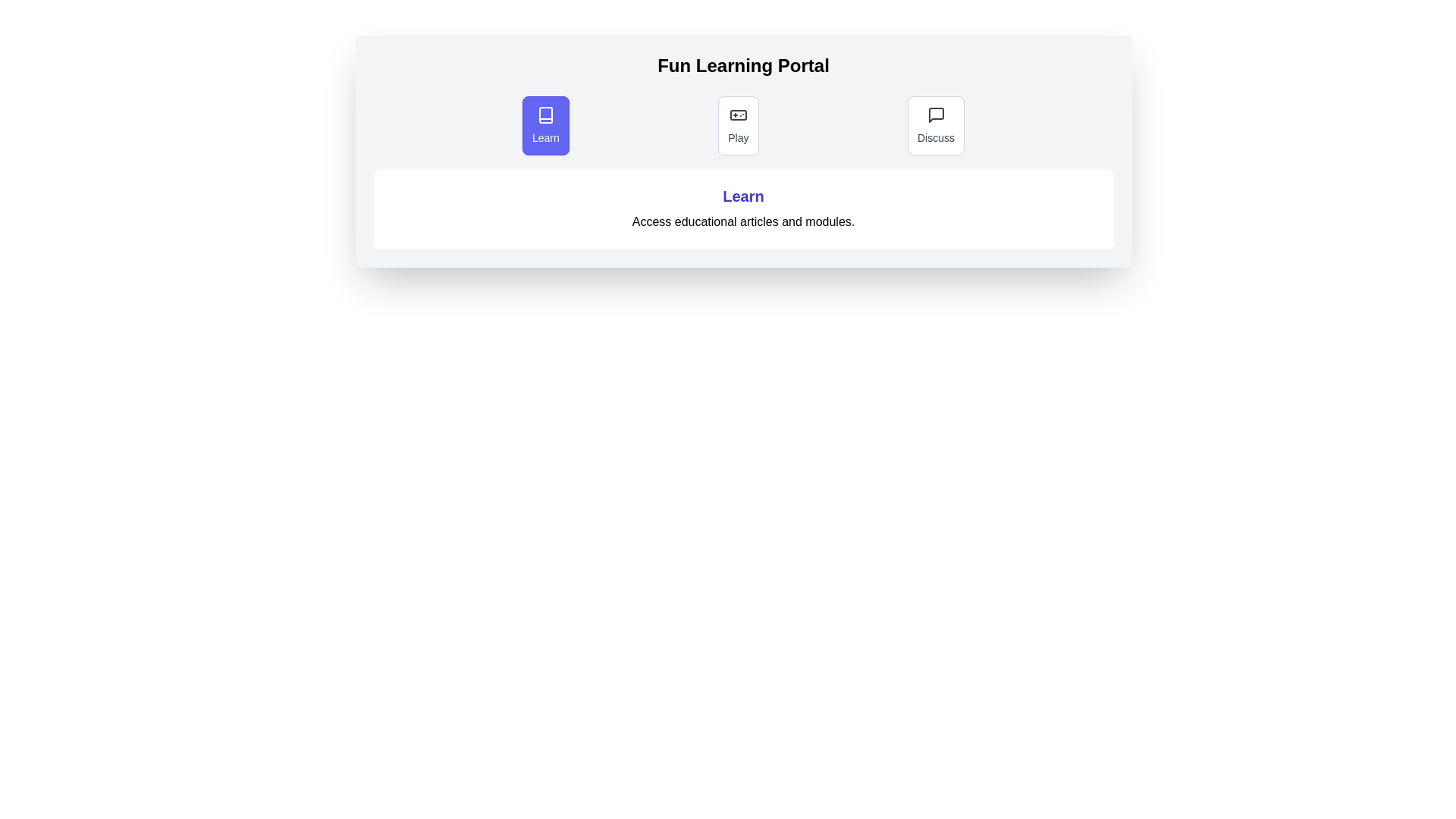 This screenshot has width=1456, height=819. What do you see at coordinates (738, 124) in the screenshot?
I see `the Play tab` at bounding box center [738, 124].